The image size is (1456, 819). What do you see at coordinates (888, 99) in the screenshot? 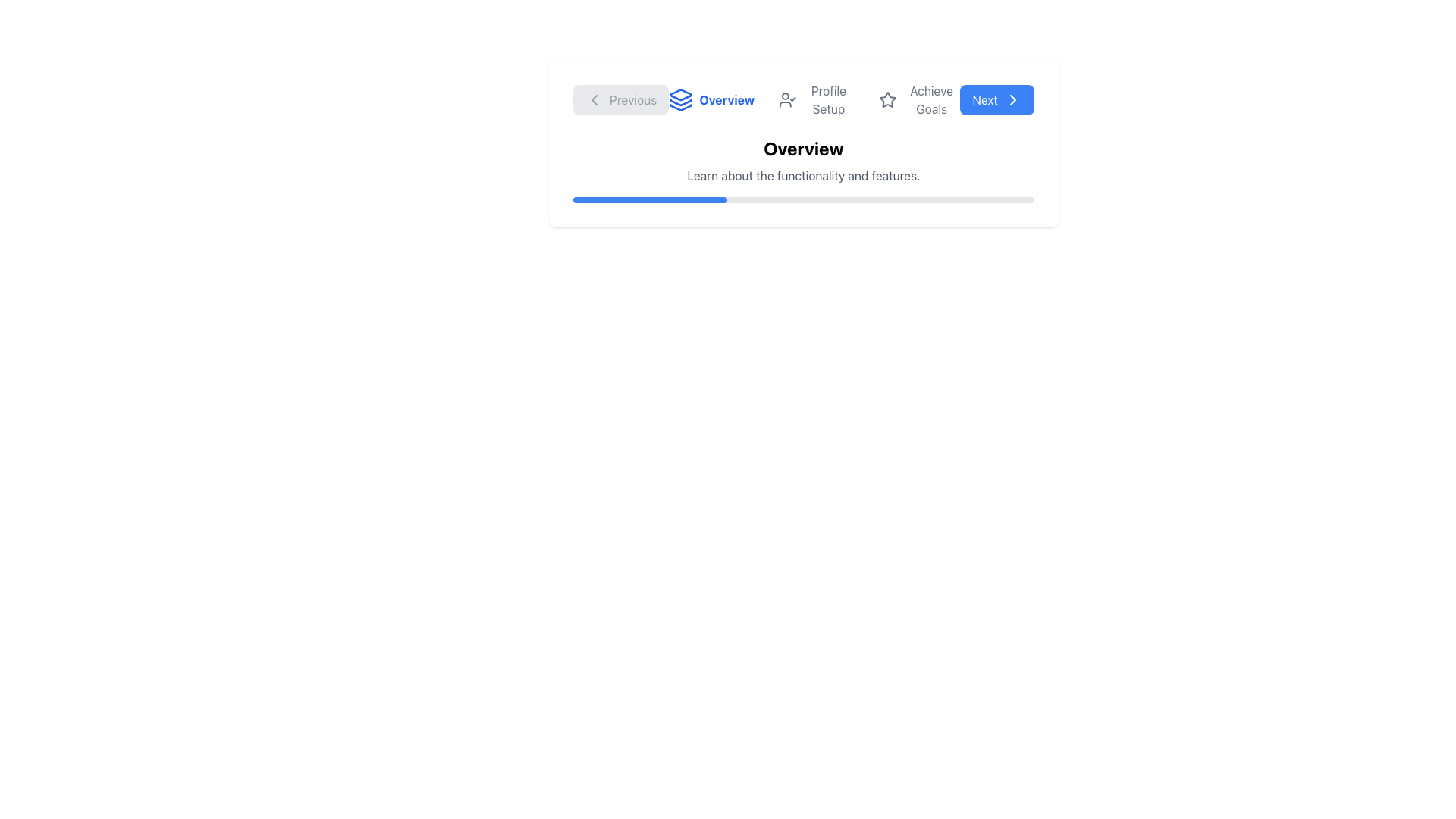
I see `the hollow star-shaped icon with a gray outline located in the navigation panel to the left of the 'Achieve Goals' text` at bounding box center [888, 99].